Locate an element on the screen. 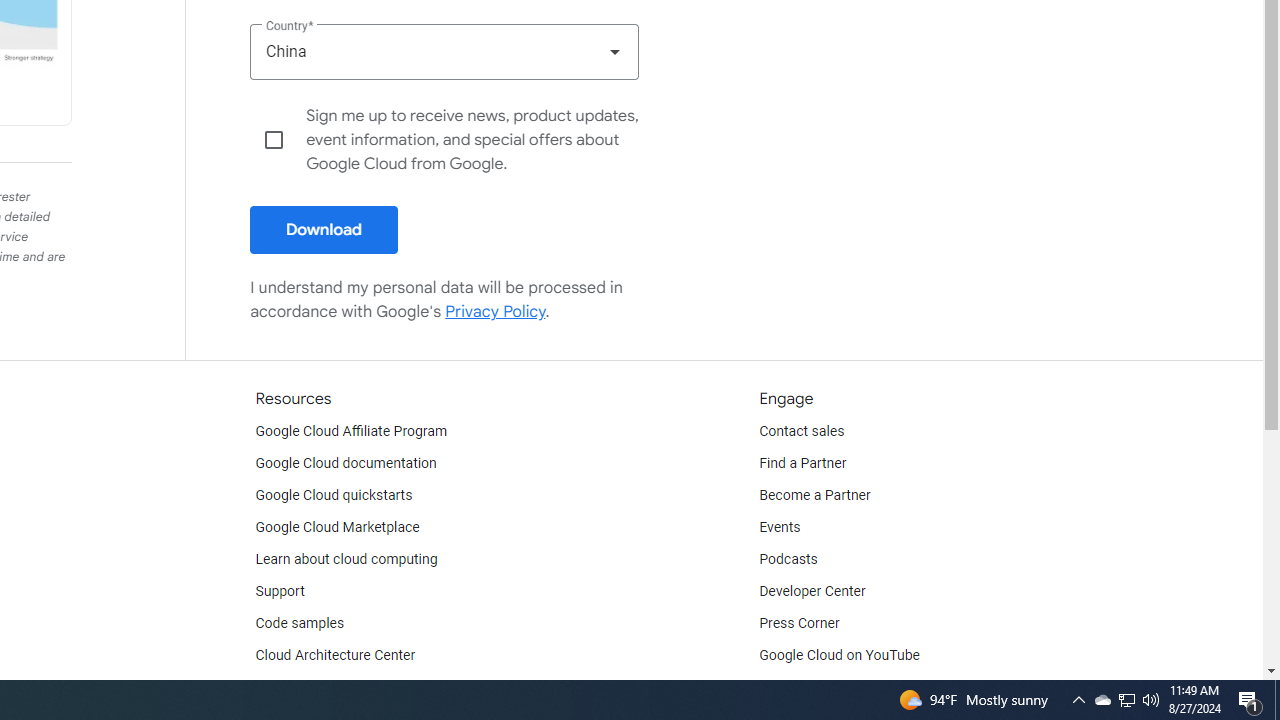 The height and width of the screenshot is (720, 1280). 'Google Cloud quickstarts' is located at coordinates (334, 495).